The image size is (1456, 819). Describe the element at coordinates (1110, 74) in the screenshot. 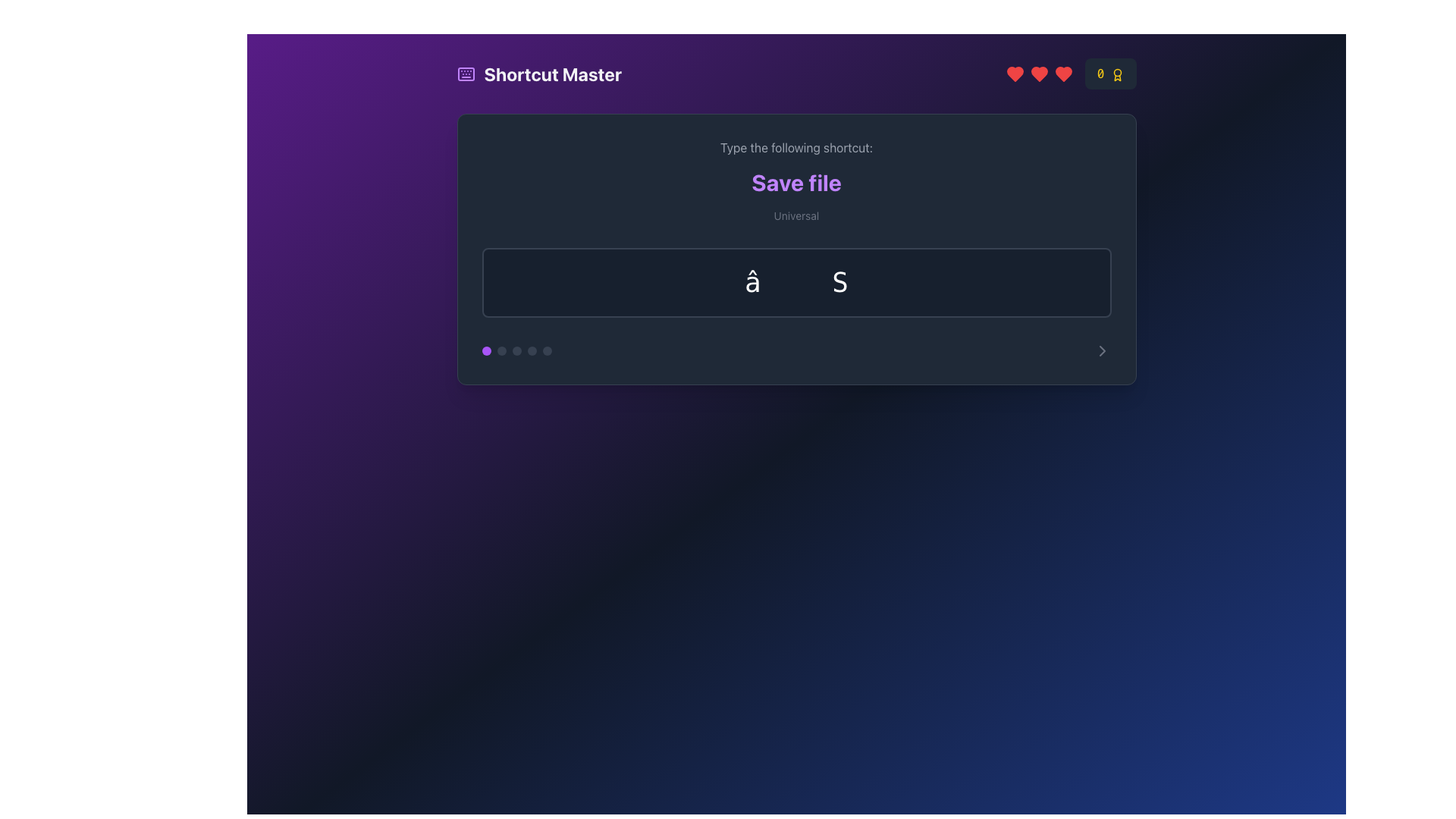

I see `the score or reward metric displayed in the top-right corner of the interface, which includes a number and an award icon` at that location.